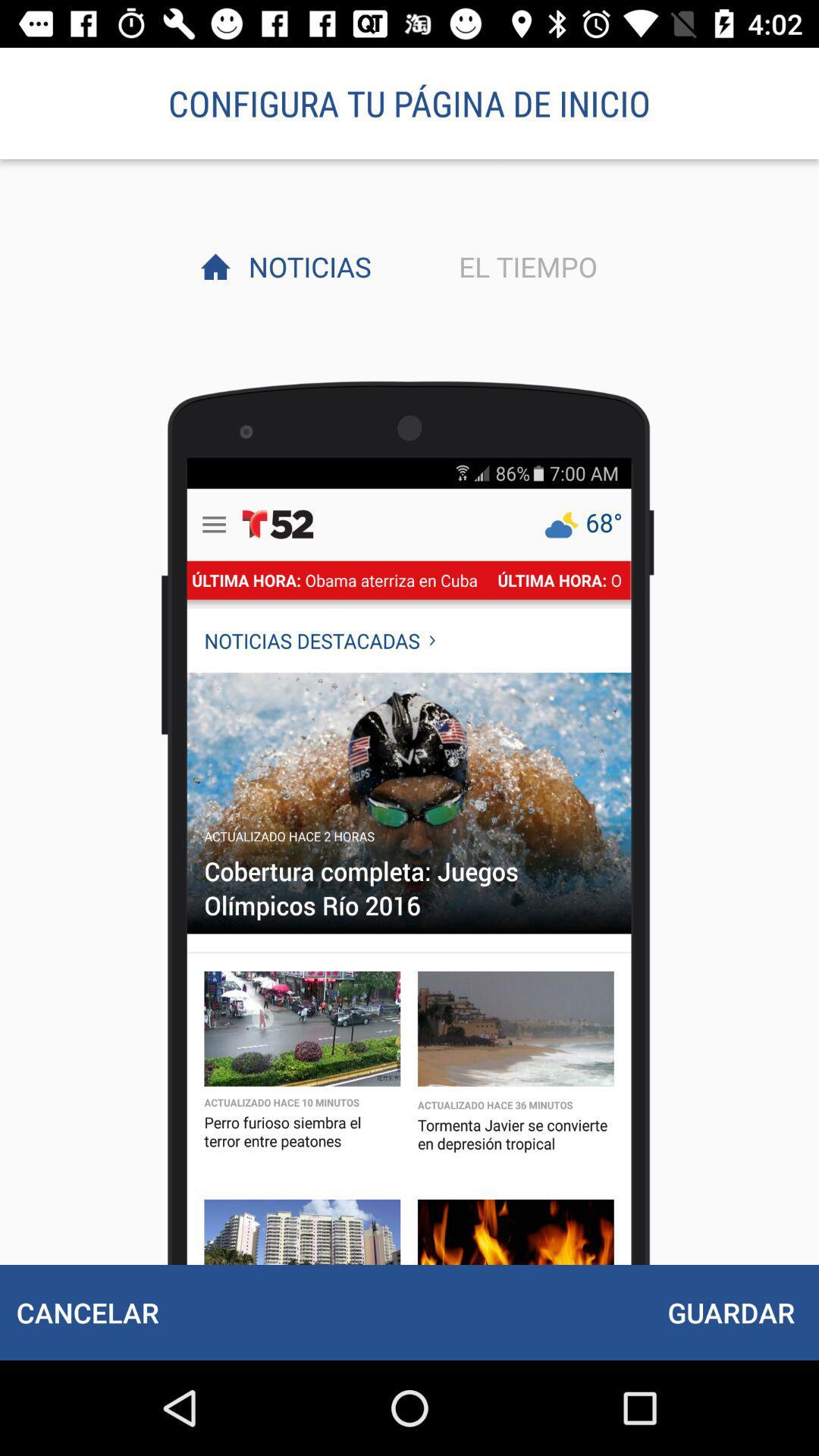 This screenshot has height=1456, width=819. I want to click on the item to the left of the el tiempo item, so click(306, 266).